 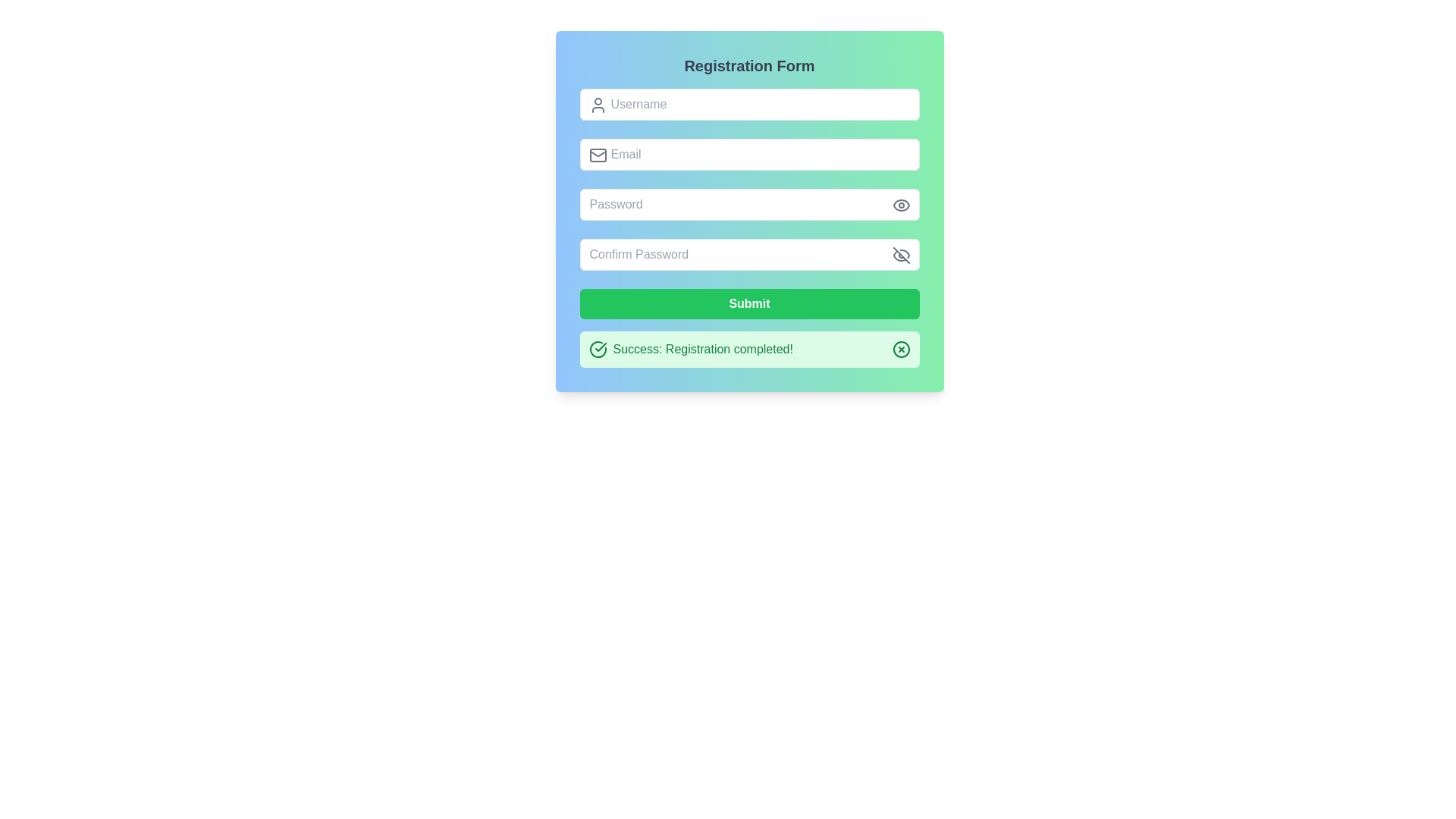 I want to click on the submission button located below the password confirmation field to trigger hover effects, so click(x=749, y=304).